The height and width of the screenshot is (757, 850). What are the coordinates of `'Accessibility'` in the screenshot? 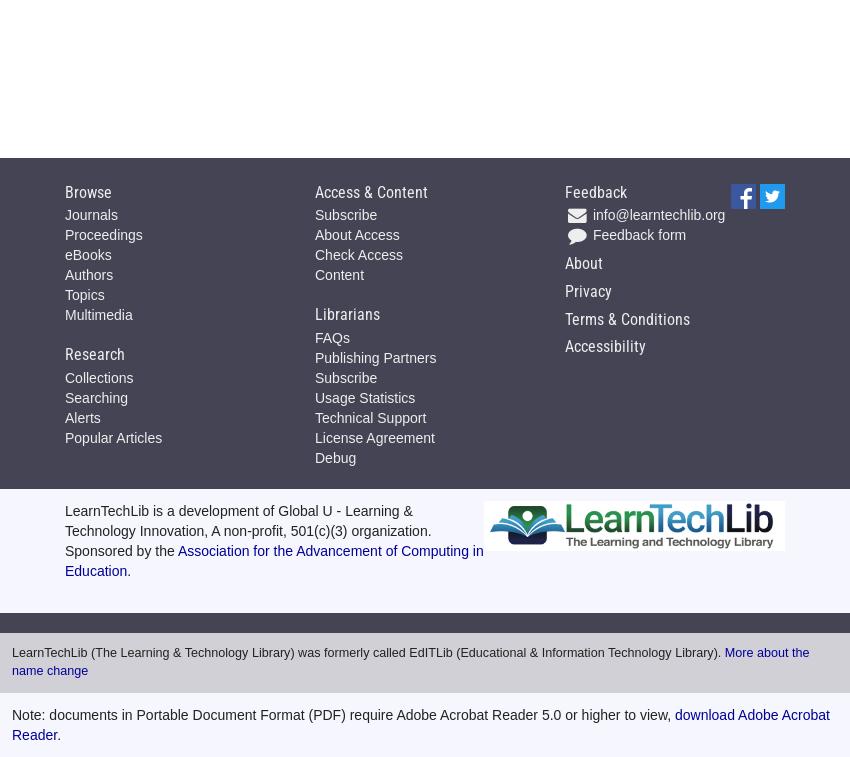 It's located at (604, 345).